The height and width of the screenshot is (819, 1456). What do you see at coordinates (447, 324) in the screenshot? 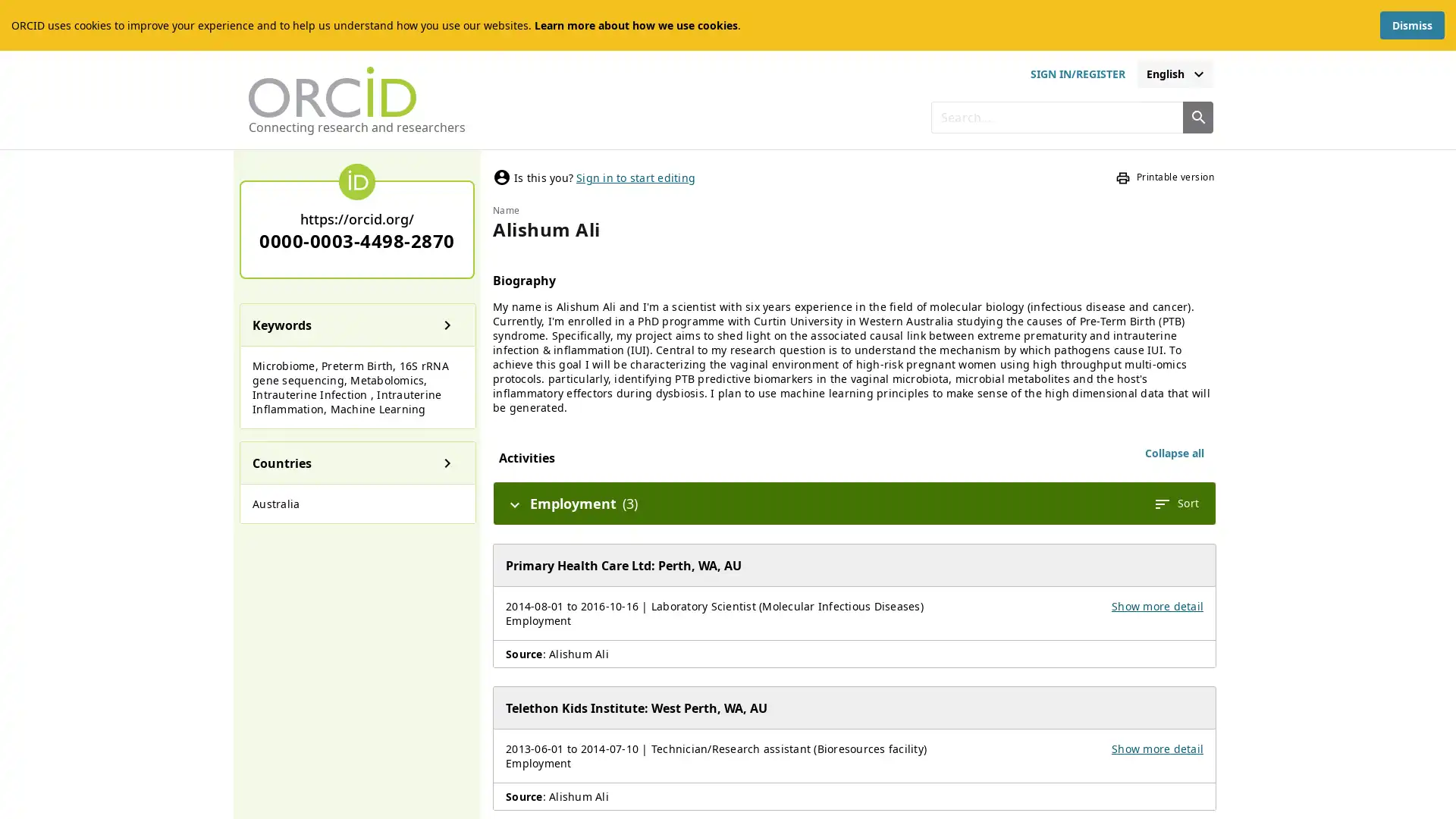
I see `Show details` at bounding box center [447, 324].